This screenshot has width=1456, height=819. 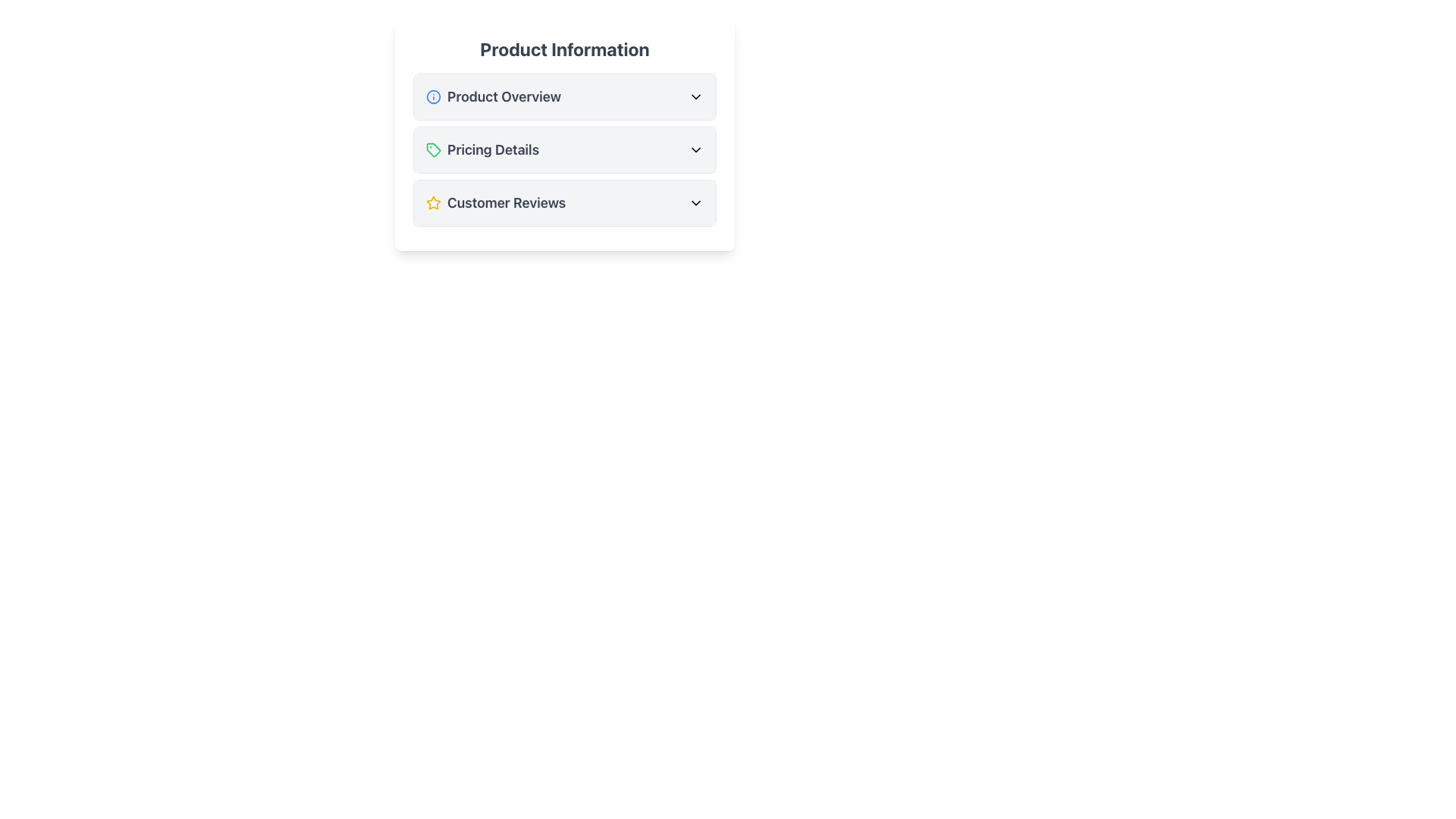 I want to click on the text label that indicates the heading of the collapsible section for product overview, located in the 'Product Information' list section, immediately after the blue information icon, so click(x=504, y=96).